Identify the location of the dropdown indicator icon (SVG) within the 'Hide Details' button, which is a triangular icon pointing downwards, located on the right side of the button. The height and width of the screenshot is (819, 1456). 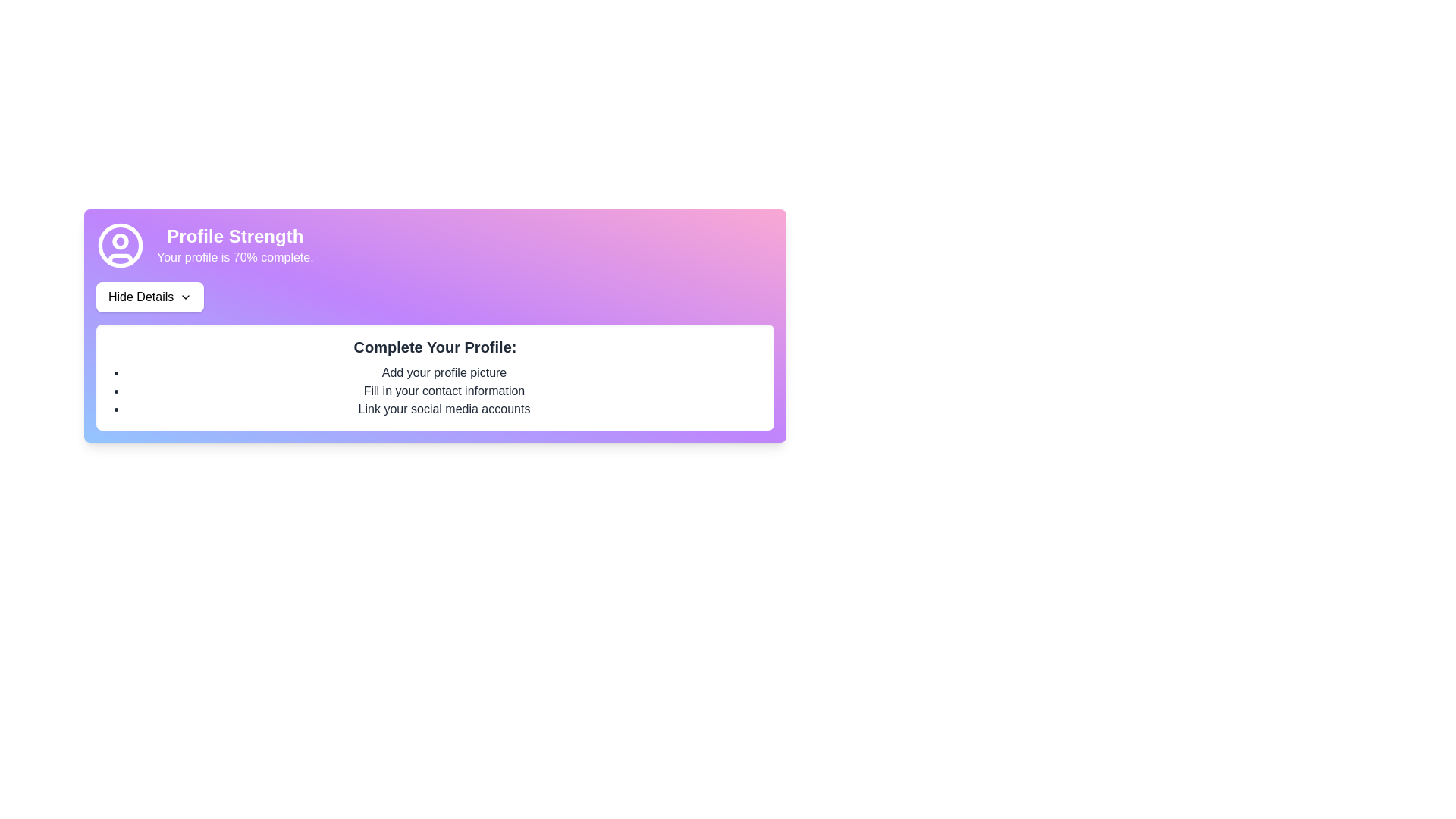
(185, 297).